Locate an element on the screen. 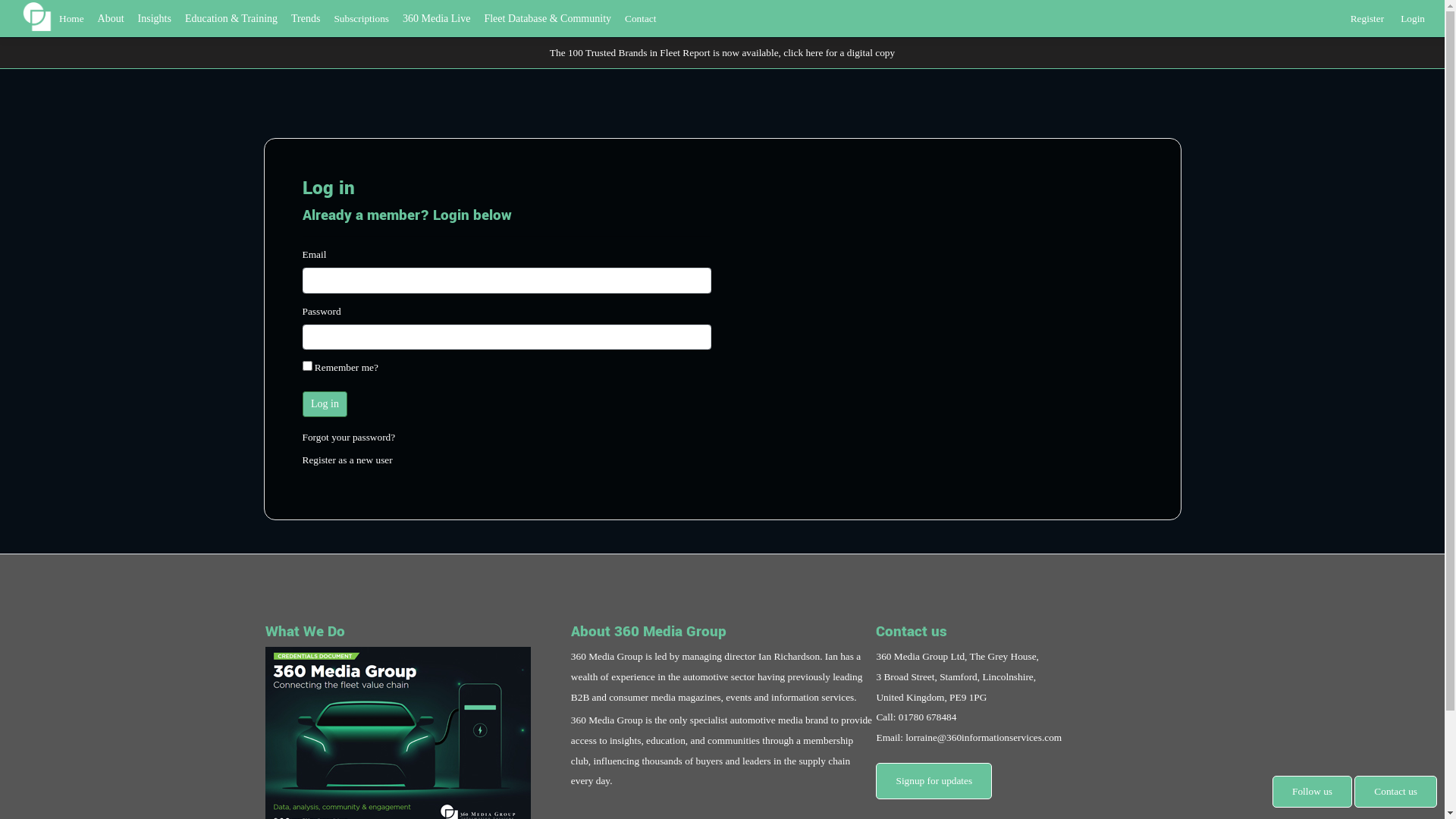 The width and height of the screenshot is (1456, 819). 'Subscriptions' is located at coordinates (360, 18).